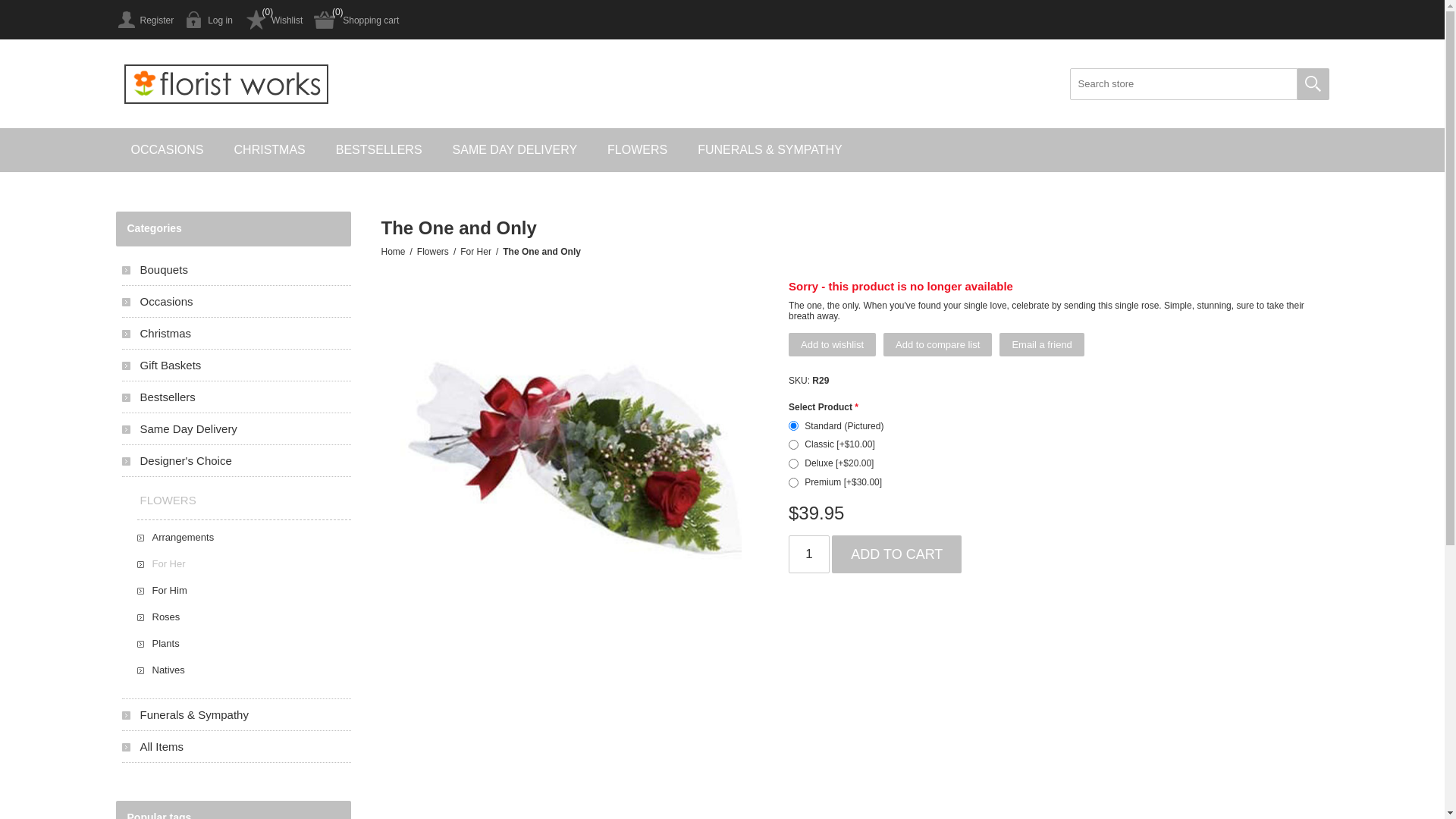  Describe the element at coordinates (1040, 344) in the screenshot. I see `'Email a friend'` at that location.